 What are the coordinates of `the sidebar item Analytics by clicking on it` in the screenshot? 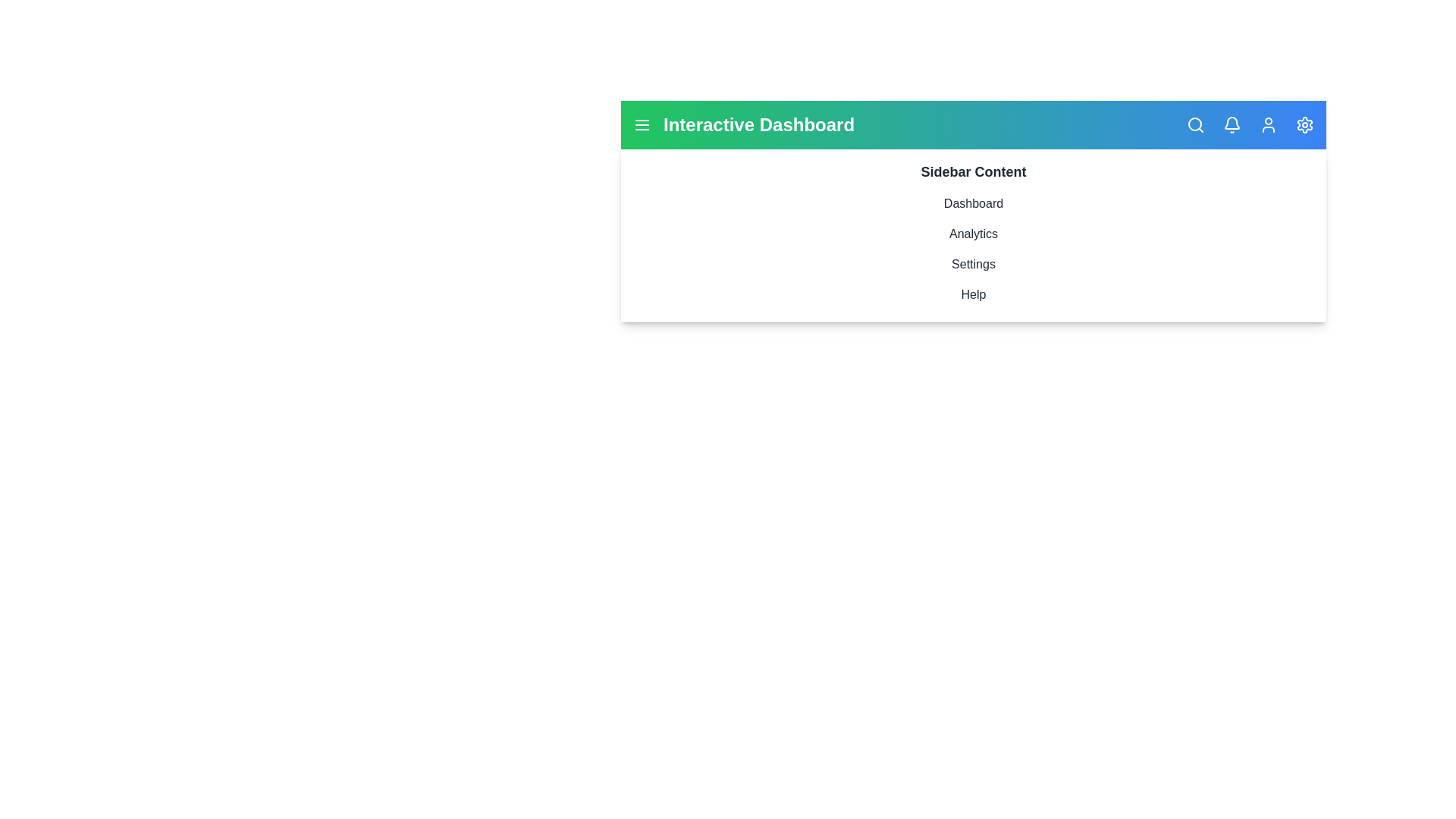 It's located at (973, 234).